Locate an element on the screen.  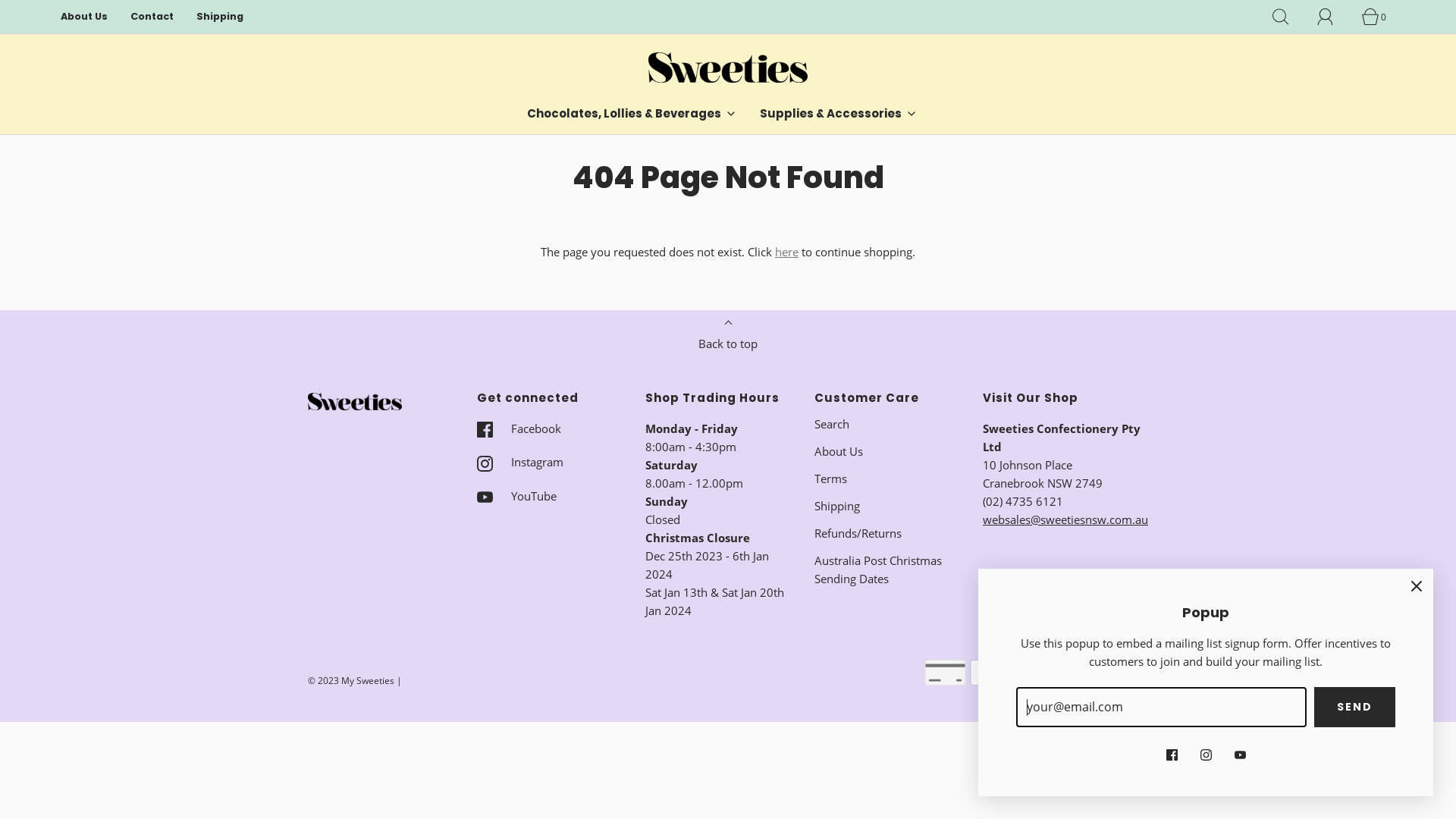
'Search' is located at coordinates (831, 424).